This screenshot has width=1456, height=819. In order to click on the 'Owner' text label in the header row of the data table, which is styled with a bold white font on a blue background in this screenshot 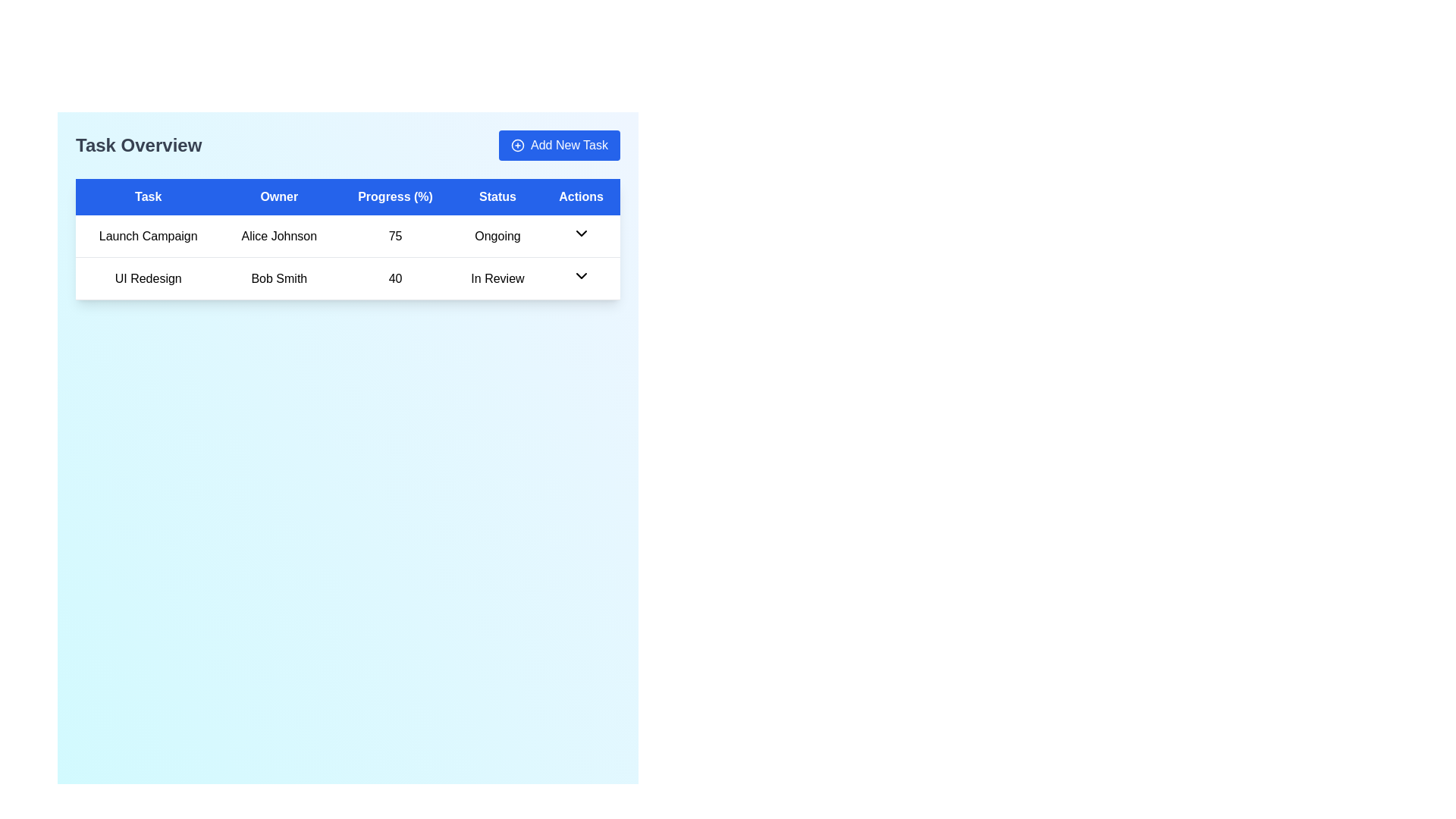, I will do `click(279, 196)`.